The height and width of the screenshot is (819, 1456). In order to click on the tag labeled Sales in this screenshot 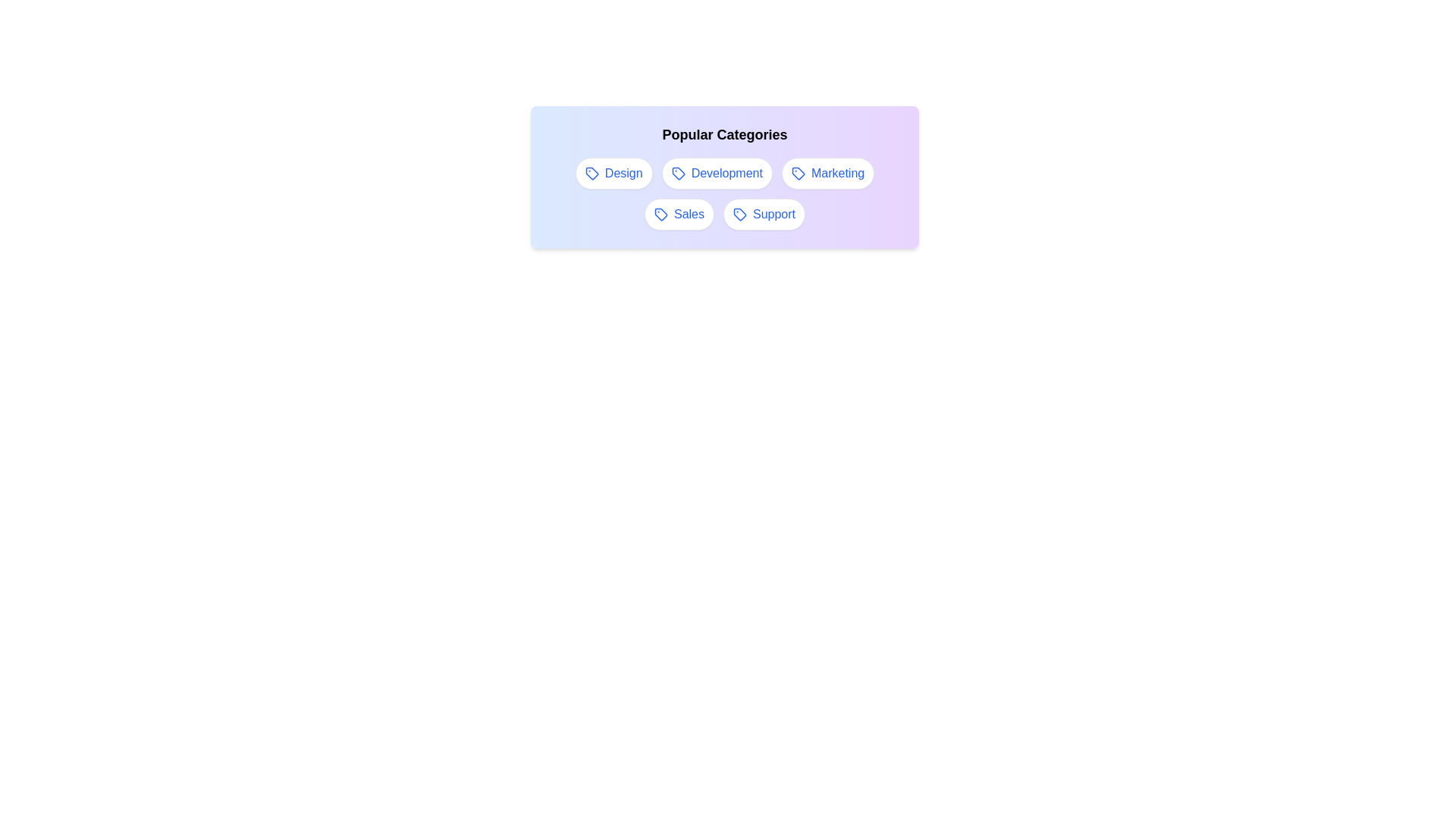, I will do `click(679, 214)`.